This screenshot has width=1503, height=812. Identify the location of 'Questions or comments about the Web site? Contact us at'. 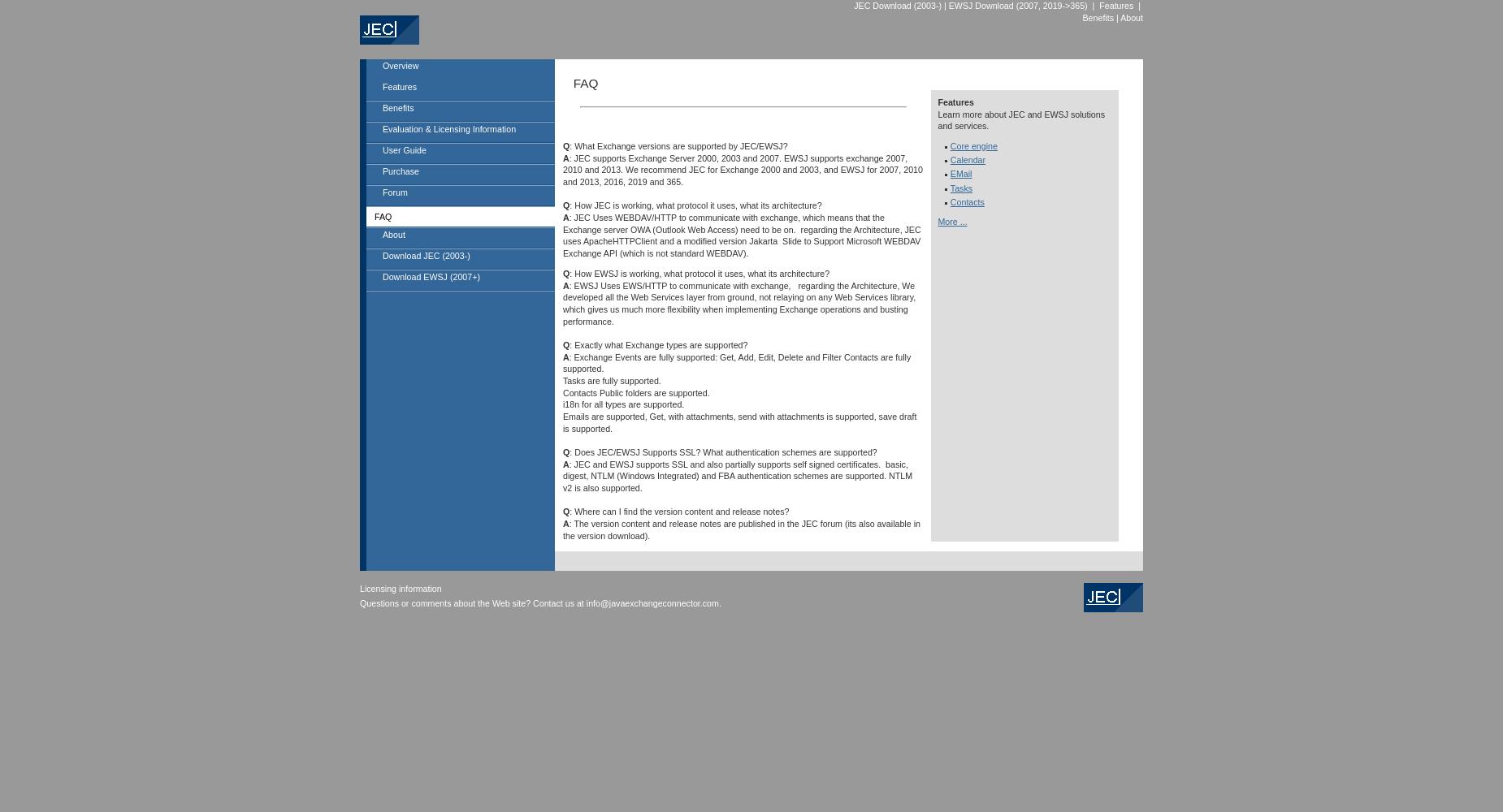
(473, 602).